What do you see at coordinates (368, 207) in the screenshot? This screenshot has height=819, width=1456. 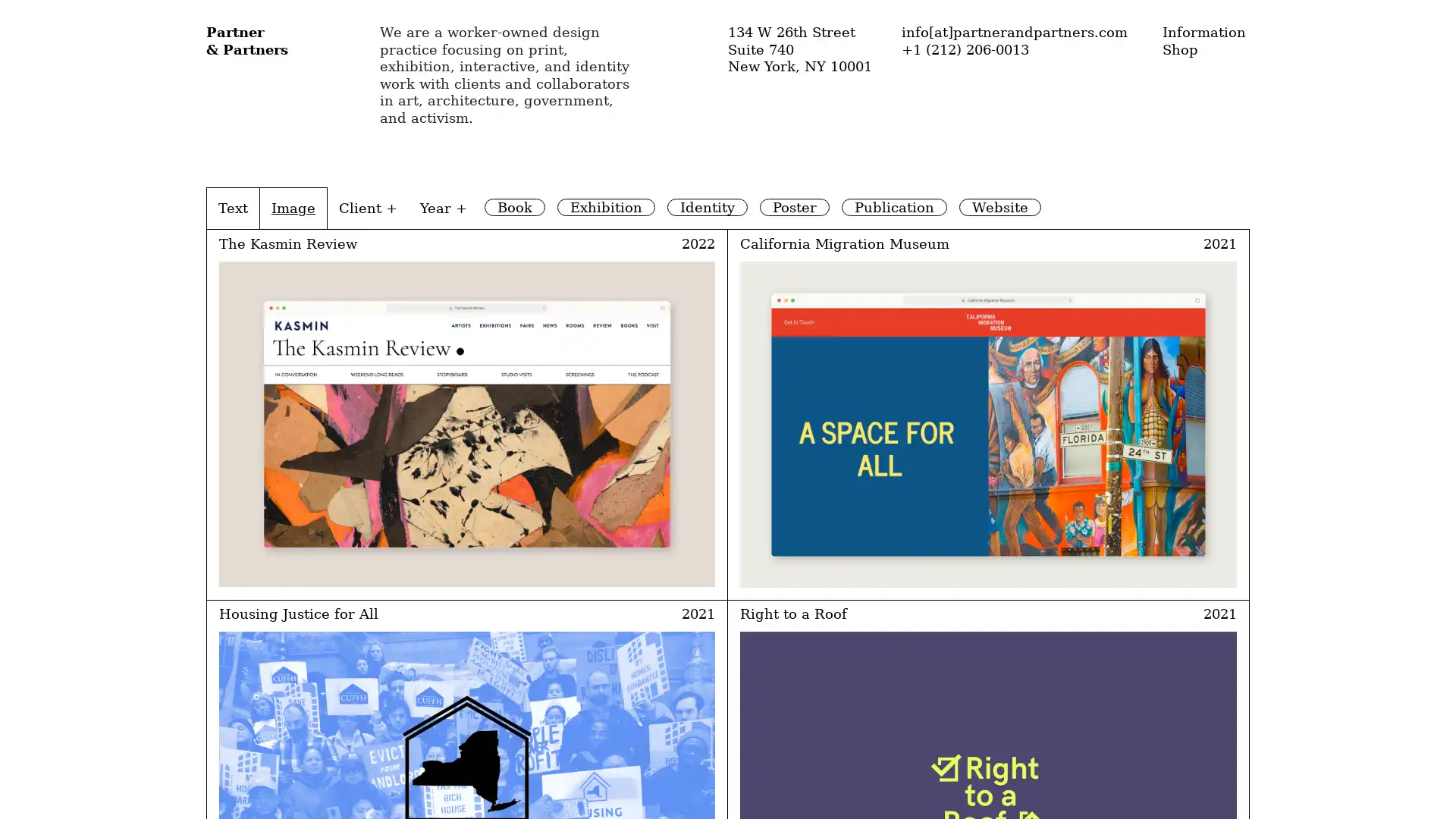 I see `Client +` at bounding box center [368, 207].